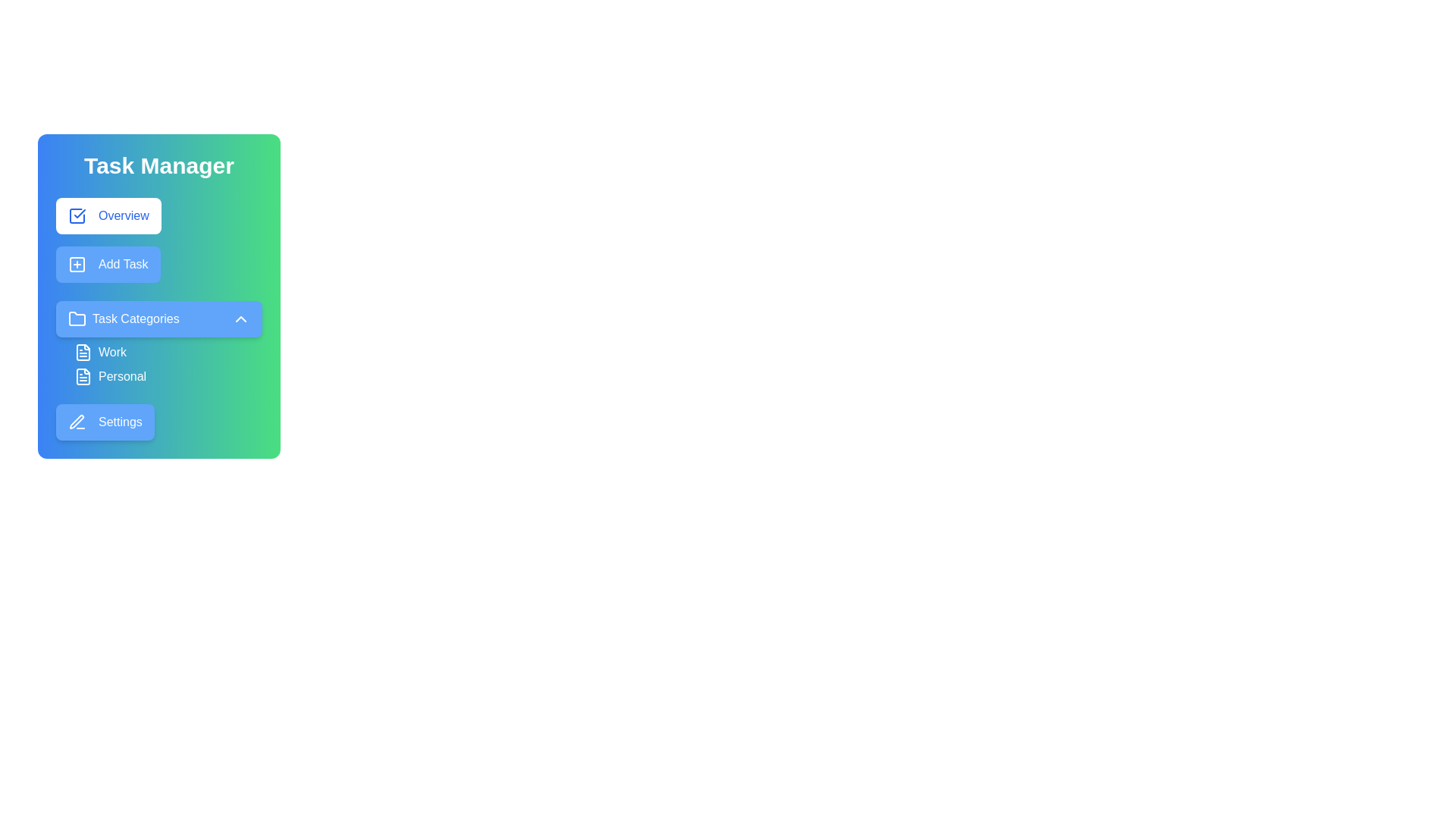 This screenshot has height=819, width=1456. Describe the element at coordinates (107, 263) in the screenshot. I see `the 'Add Task' button, which has a blue background, rounded corners, and white text, located below the 'Overview' button in the side navigation panel` at that location.